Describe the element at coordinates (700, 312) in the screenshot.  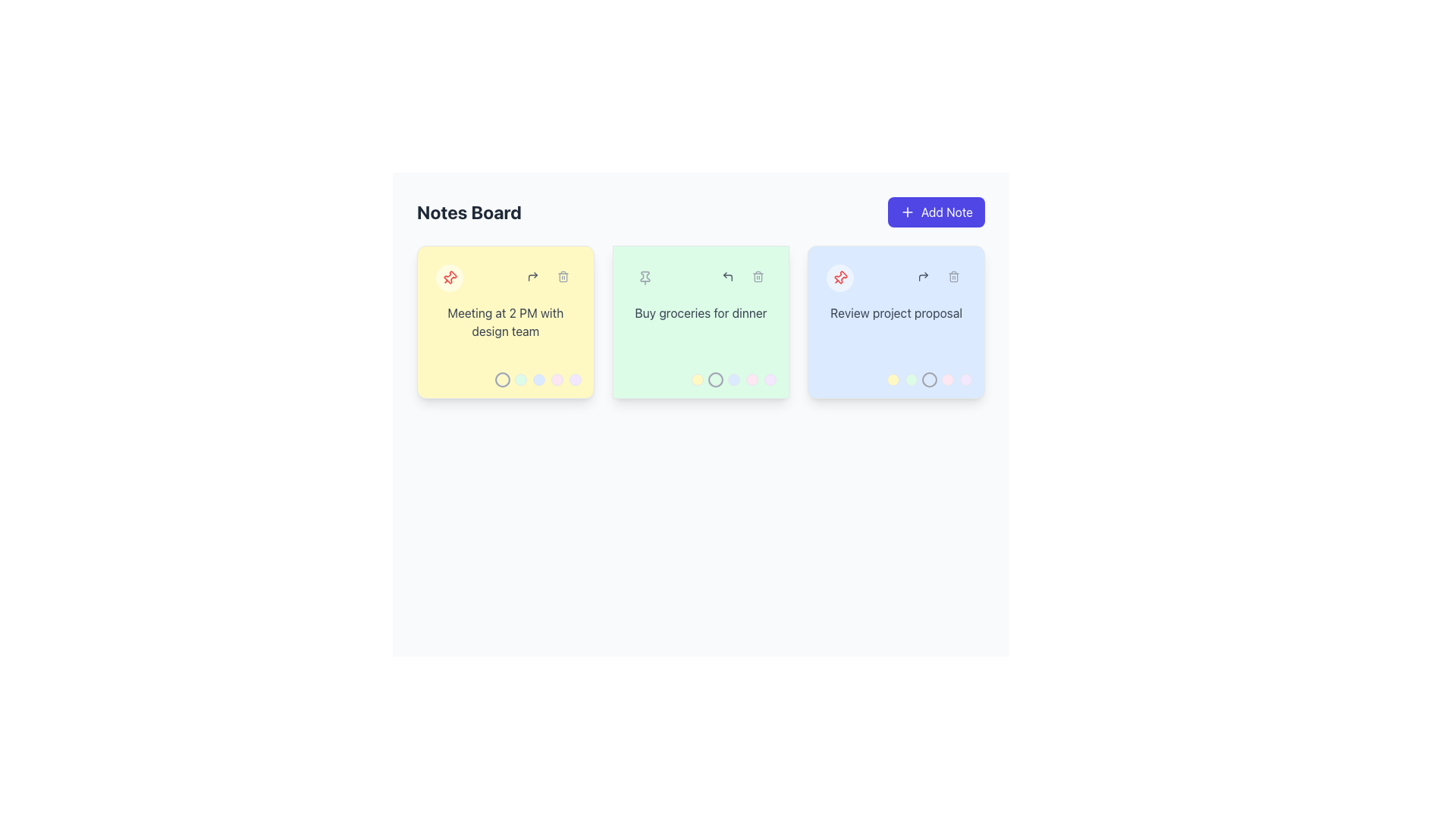
I see `the static text element that displays the content or title of the note, located centrally in the second note card under 'Notes Board'` at that location.